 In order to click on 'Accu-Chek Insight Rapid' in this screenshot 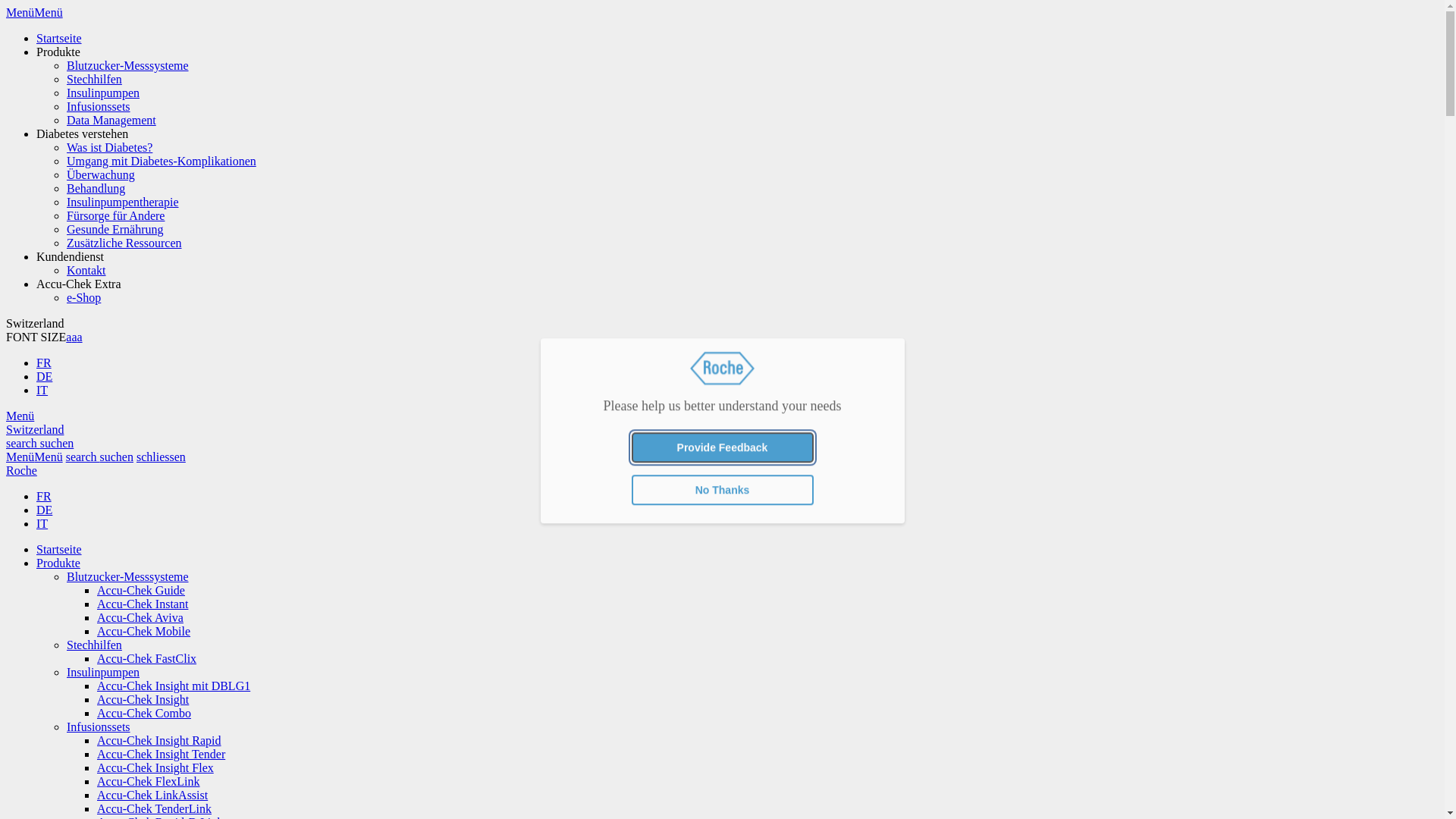, I will do `click(159, 739)`.